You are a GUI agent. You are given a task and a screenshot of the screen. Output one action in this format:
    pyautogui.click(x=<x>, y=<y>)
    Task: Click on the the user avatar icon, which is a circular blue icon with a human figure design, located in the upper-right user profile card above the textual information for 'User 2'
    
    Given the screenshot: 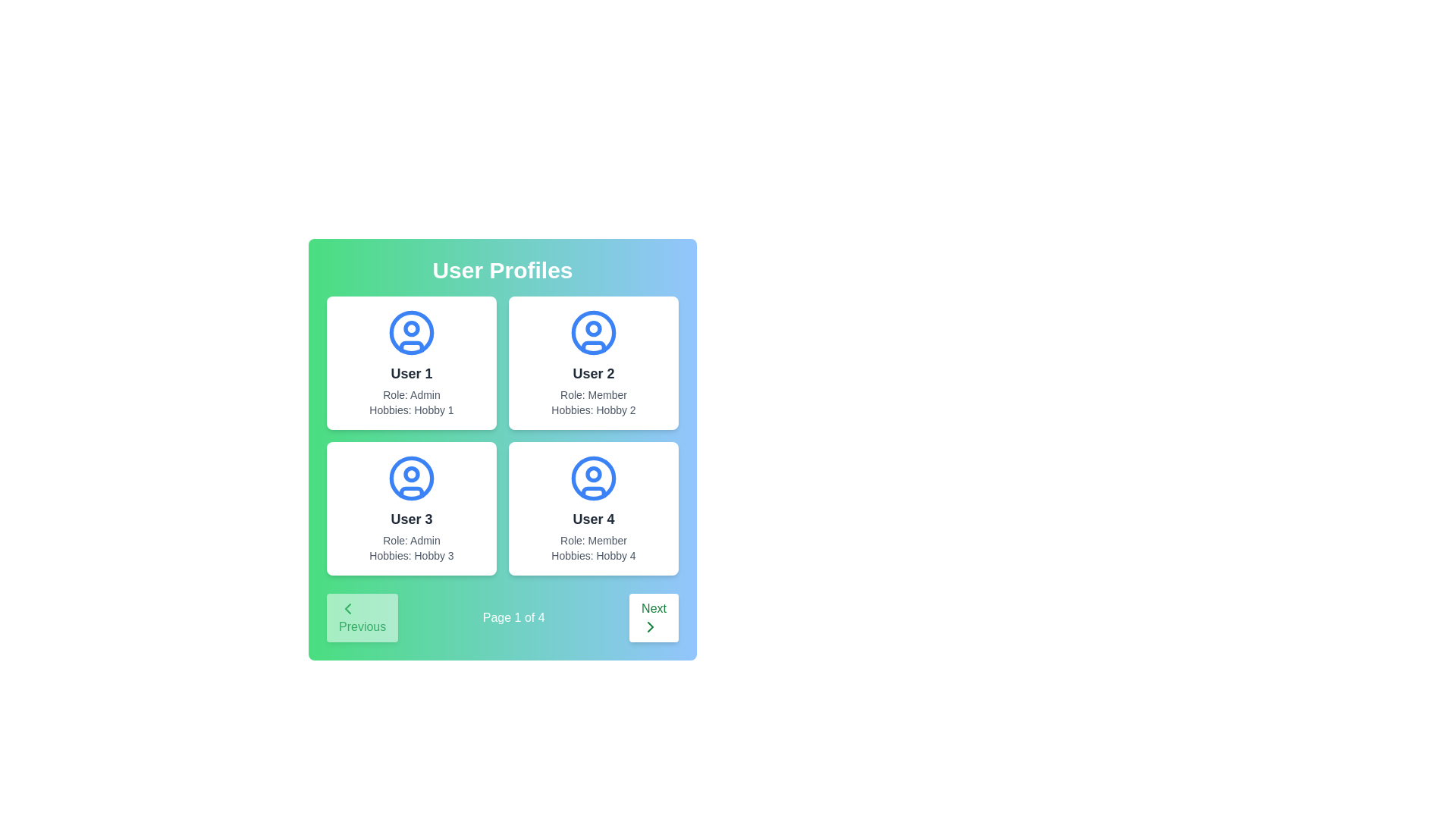 What is the action you would take?
    pyautogui.click(x=592, y=332)
    